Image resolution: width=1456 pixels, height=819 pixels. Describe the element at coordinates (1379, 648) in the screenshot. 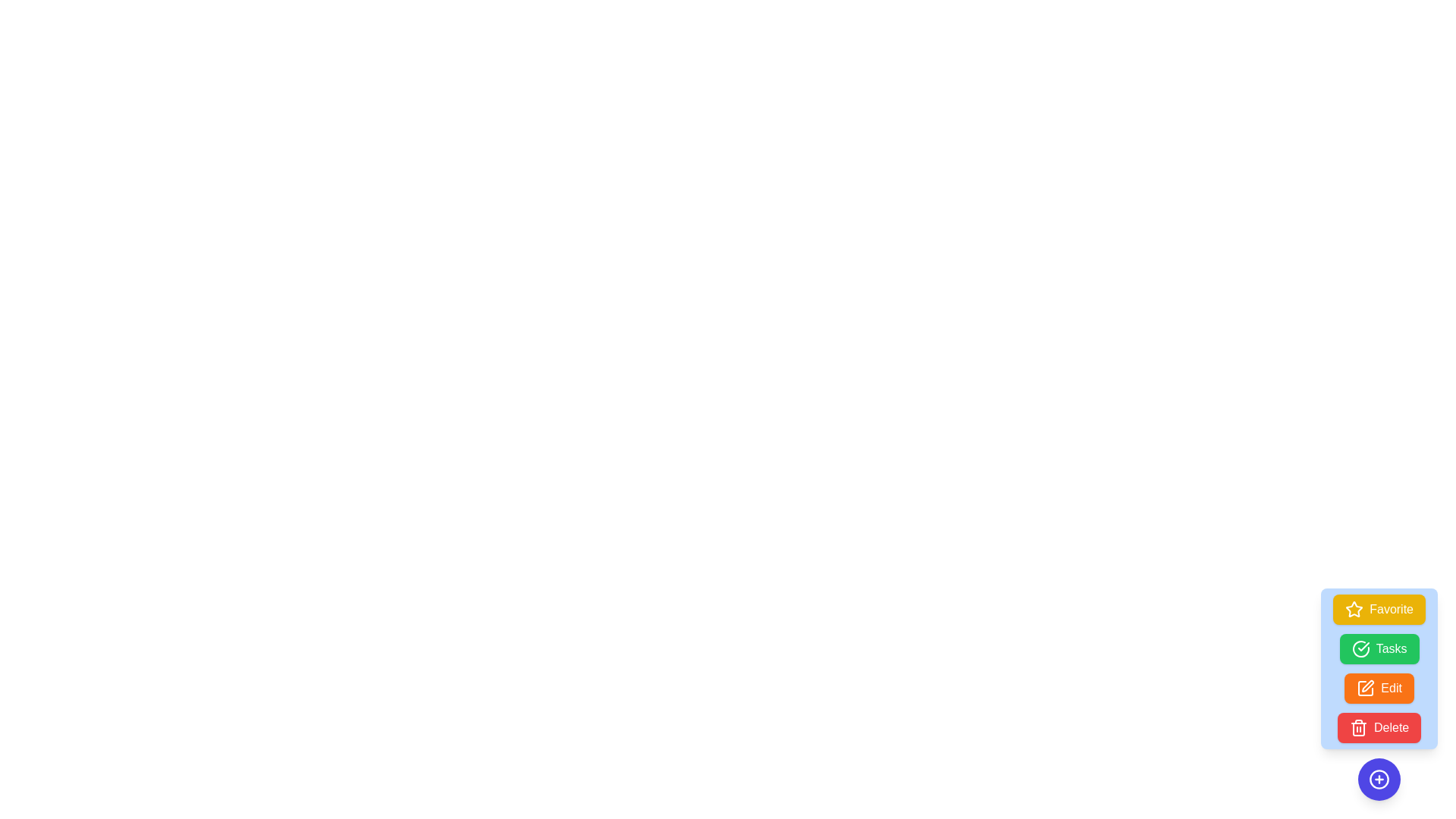

I see `the green 'Tasks' button with rounded corners that has a checkmark icon and white text, located below the yellow 'Favorite' button and above the orange 'Edit' button` at that location.